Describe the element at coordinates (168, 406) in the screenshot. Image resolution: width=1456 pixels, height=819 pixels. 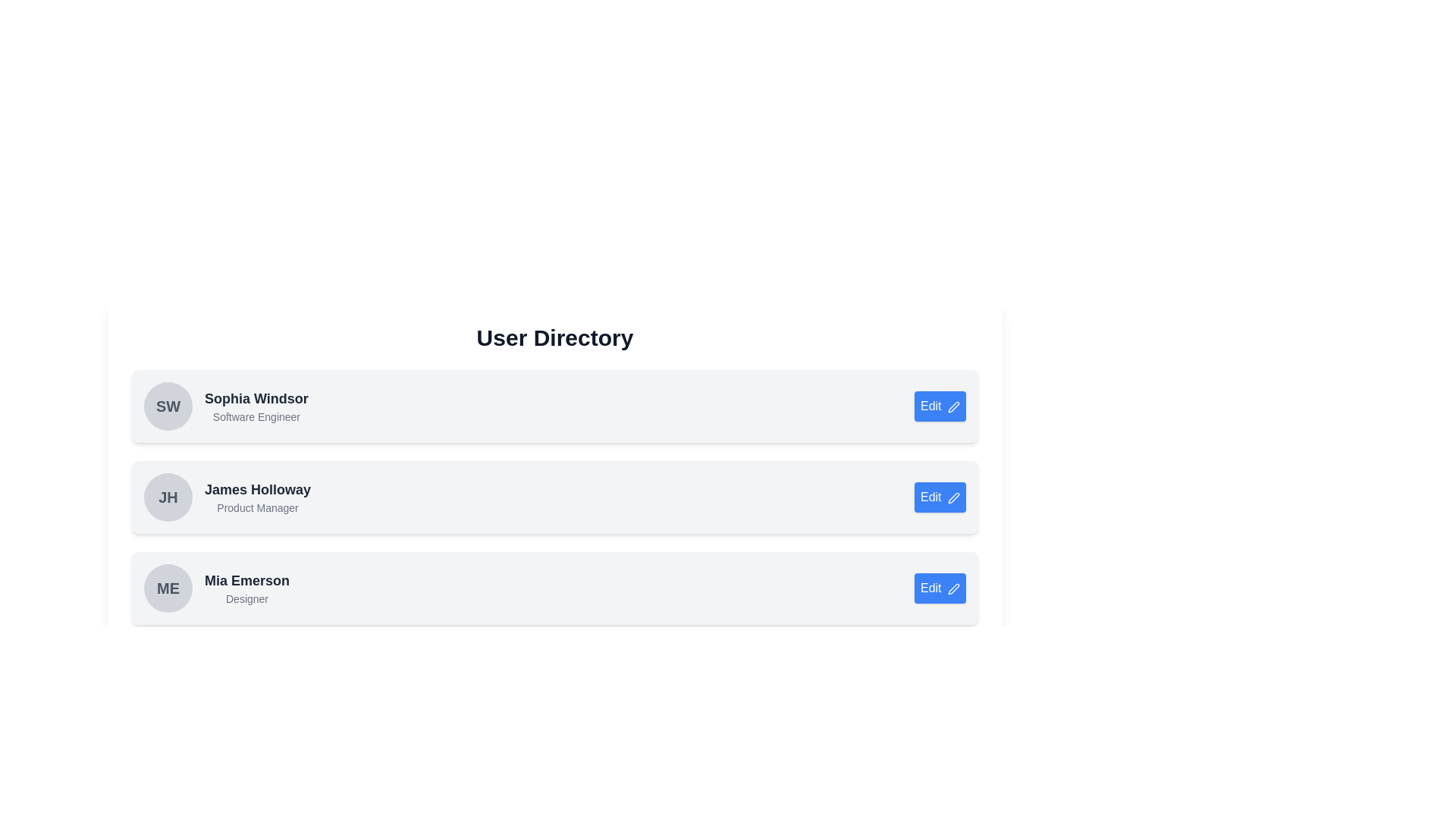
I see `the circular badge with a gray background and bold, white text reading 'SW'` at that location.